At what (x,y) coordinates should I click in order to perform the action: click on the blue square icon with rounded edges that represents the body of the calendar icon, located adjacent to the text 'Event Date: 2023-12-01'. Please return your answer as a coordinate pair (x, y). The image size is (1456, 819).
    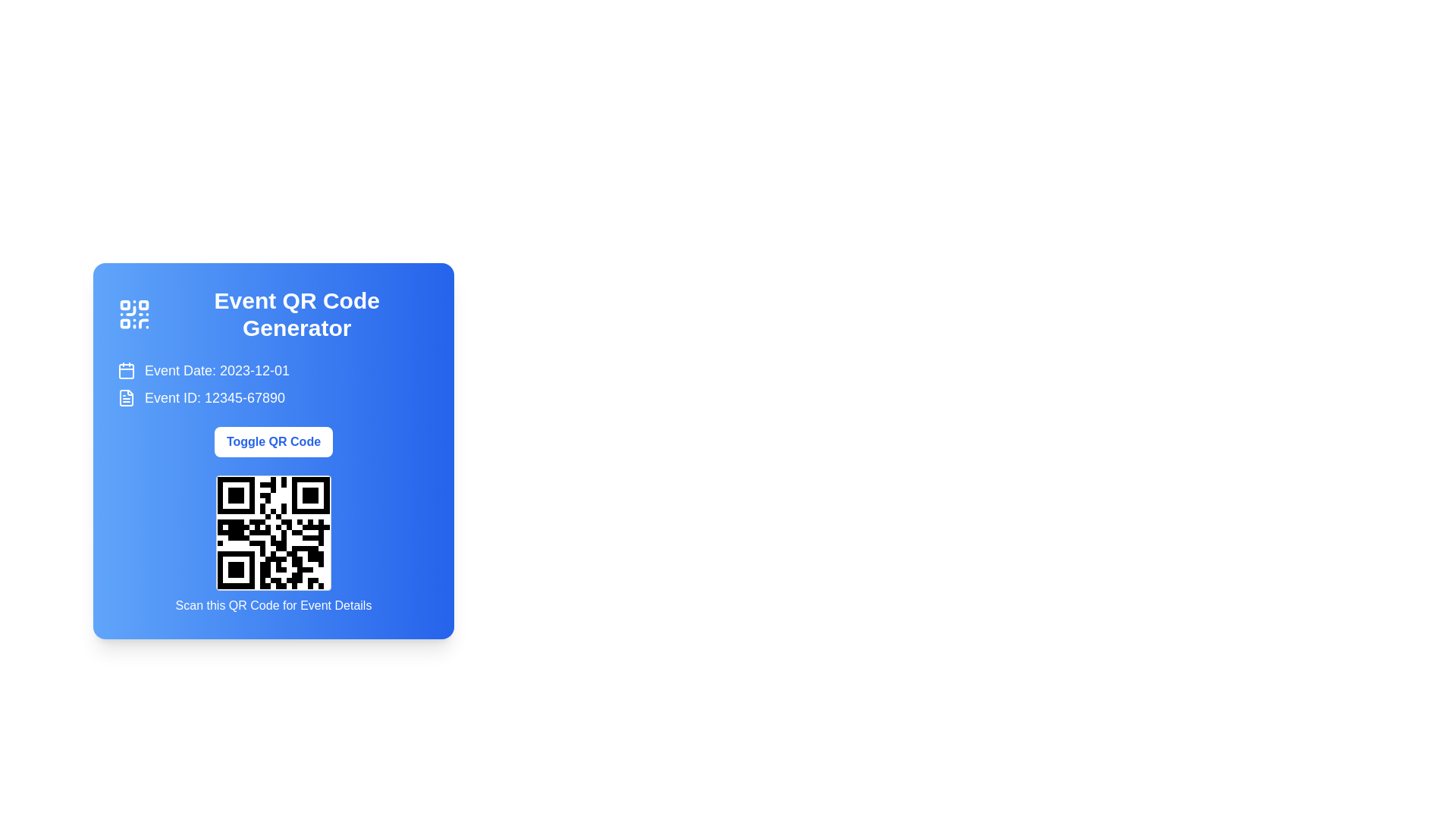
    Looking at the image, I should click on (127, 371).